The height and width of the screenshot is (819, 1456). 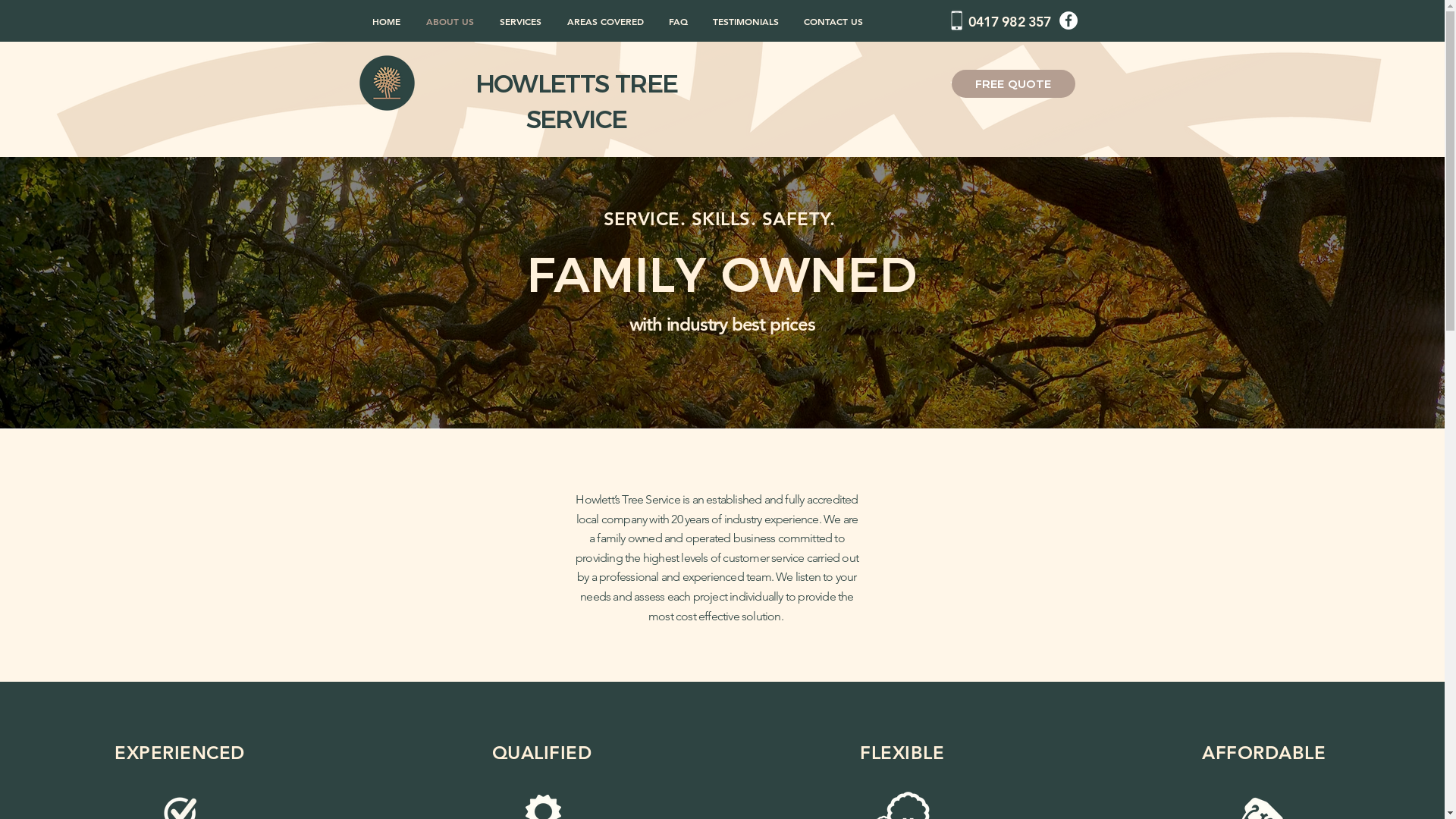 What do you see at coordinates (677, 21) in the screenshot?
I see `'FAQ'` at bounding box center [677, 21].